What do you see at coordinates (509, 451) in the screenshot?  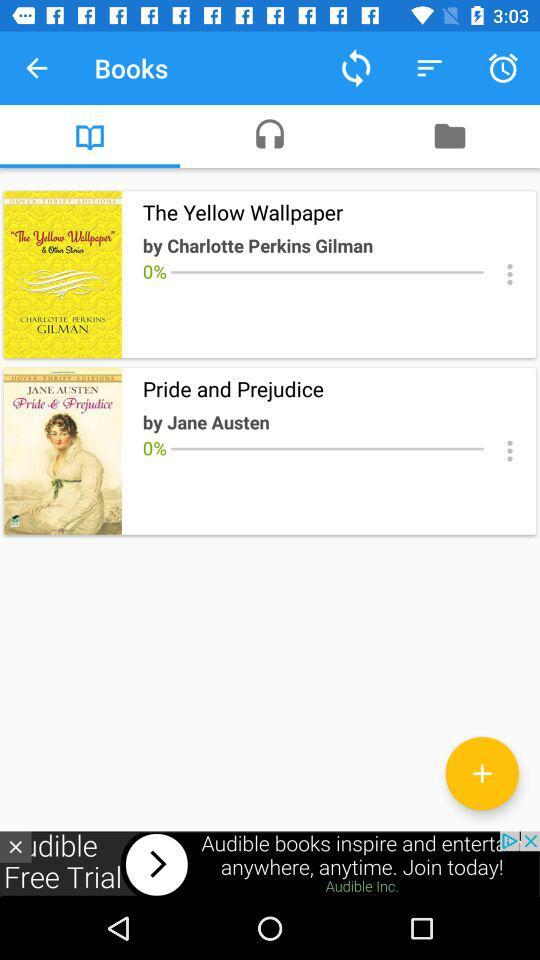 I see `open options` at bounding box center [509, 451].